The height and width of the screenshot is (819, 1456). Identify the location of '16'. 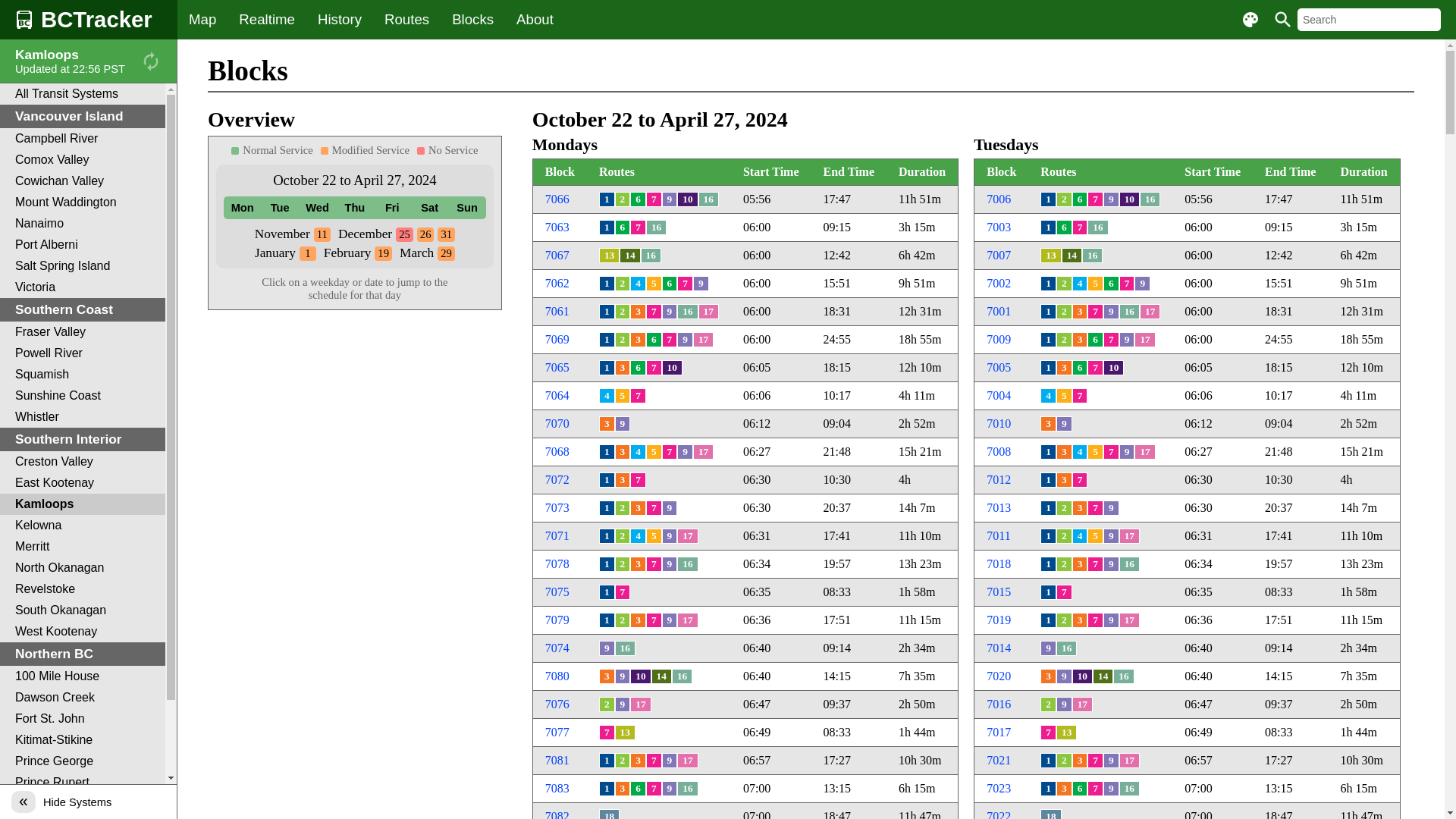
(686, 788).